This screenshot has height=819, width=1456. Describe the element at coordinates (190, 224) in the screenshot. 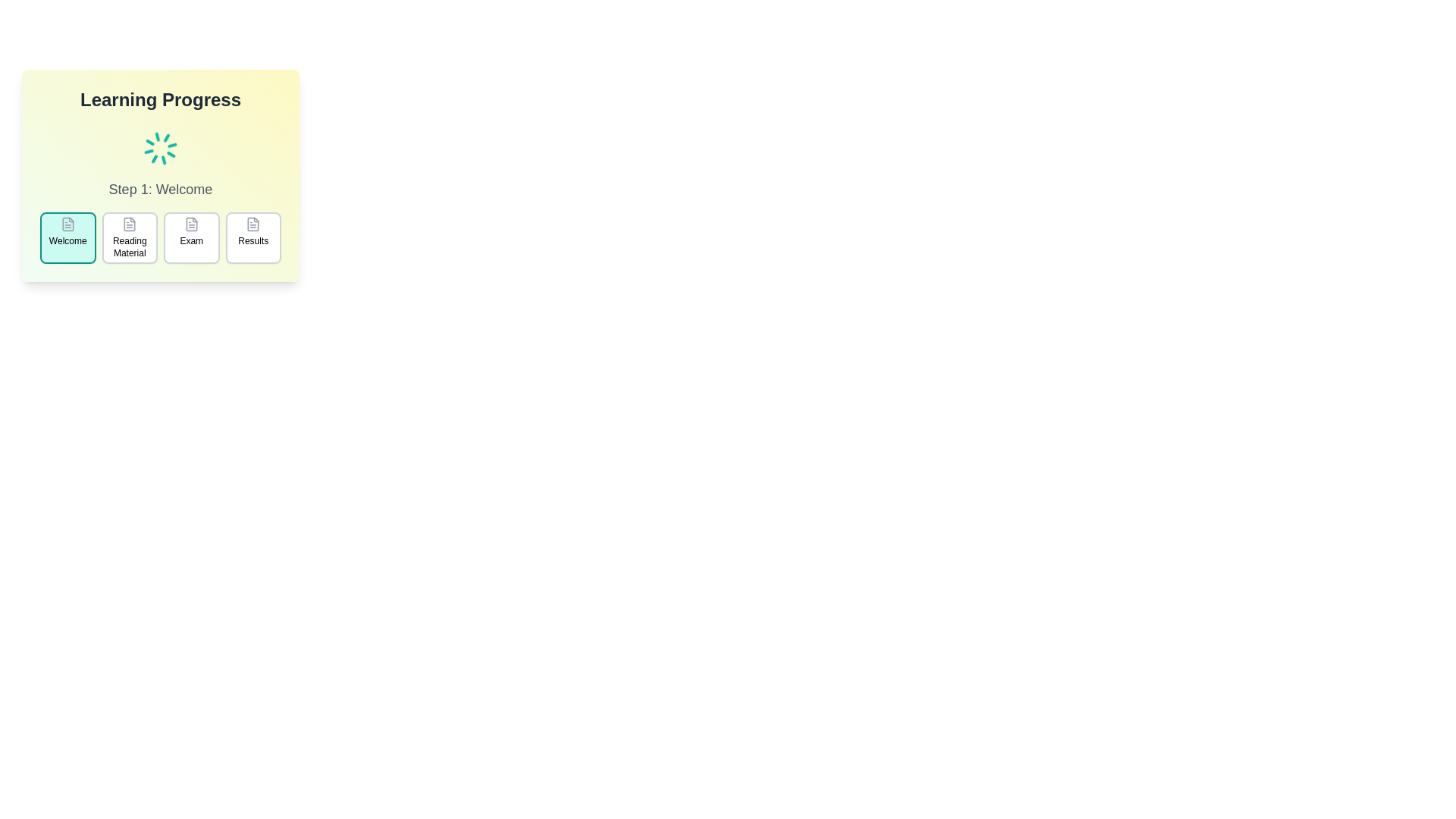

I see `the main body of the document icon associated with the 'Exam' option, which is styled in gray and located near the 'Exam' label` at that location.